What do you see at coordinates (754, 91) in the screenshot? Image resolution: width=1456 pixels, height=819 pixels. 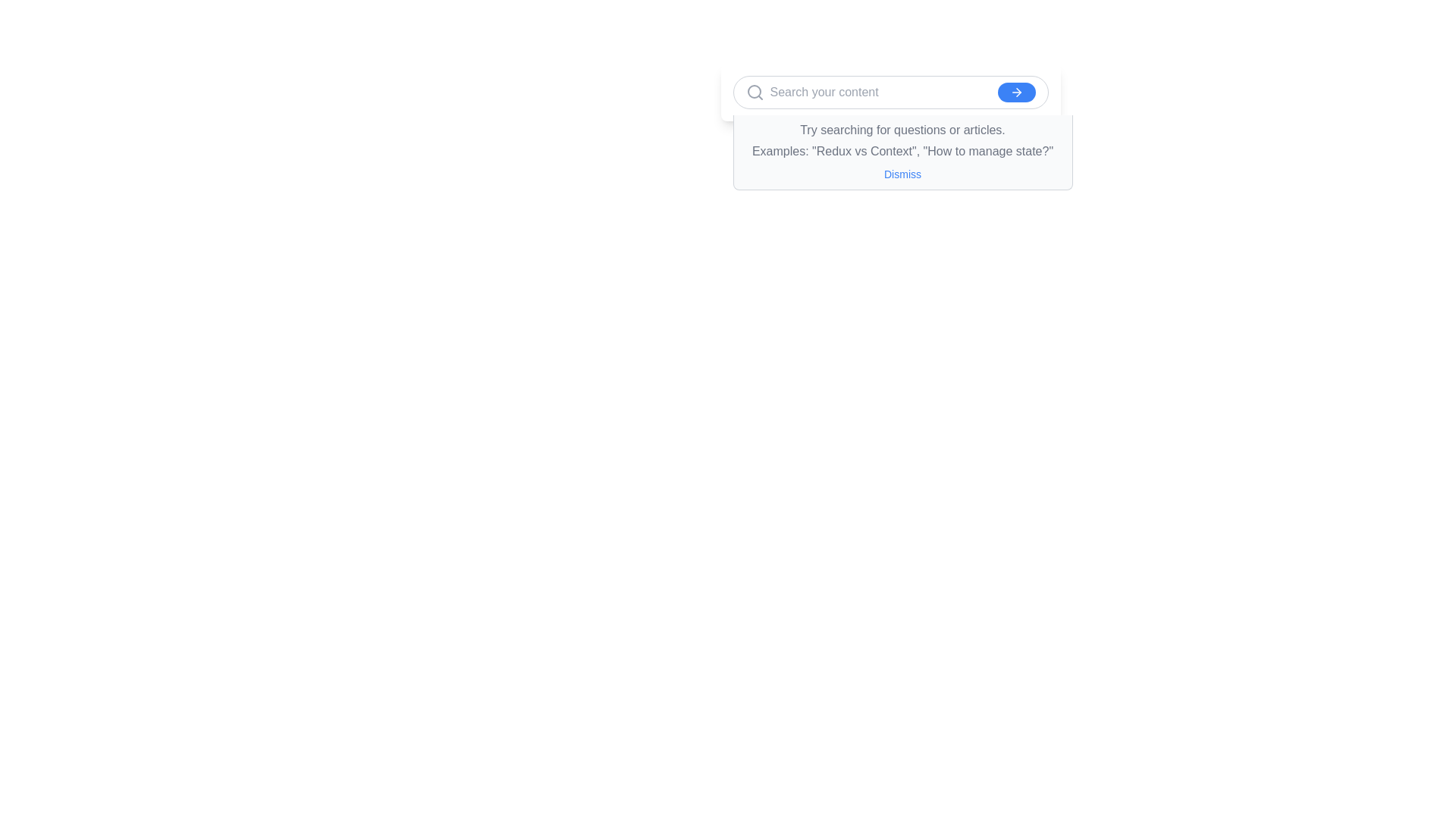 I see `the search icon part of the SVG graphic located to the left of the search input field in the top-right corner of the interface` at bounding box center [754, 91].